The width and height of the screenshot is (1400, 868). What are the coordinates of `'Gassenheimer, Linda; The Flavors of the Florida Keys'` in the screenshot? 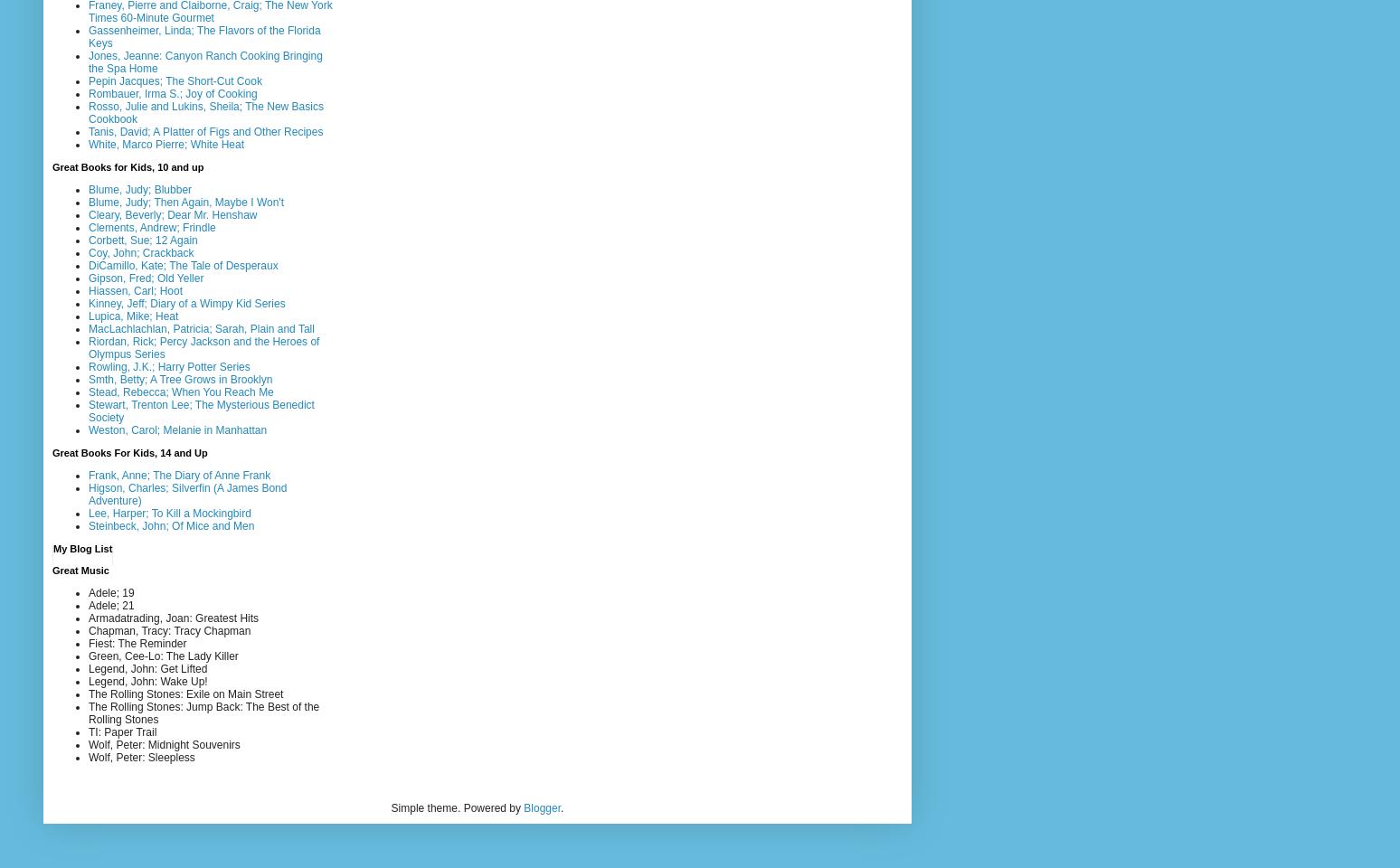 It's located at (203, 35).